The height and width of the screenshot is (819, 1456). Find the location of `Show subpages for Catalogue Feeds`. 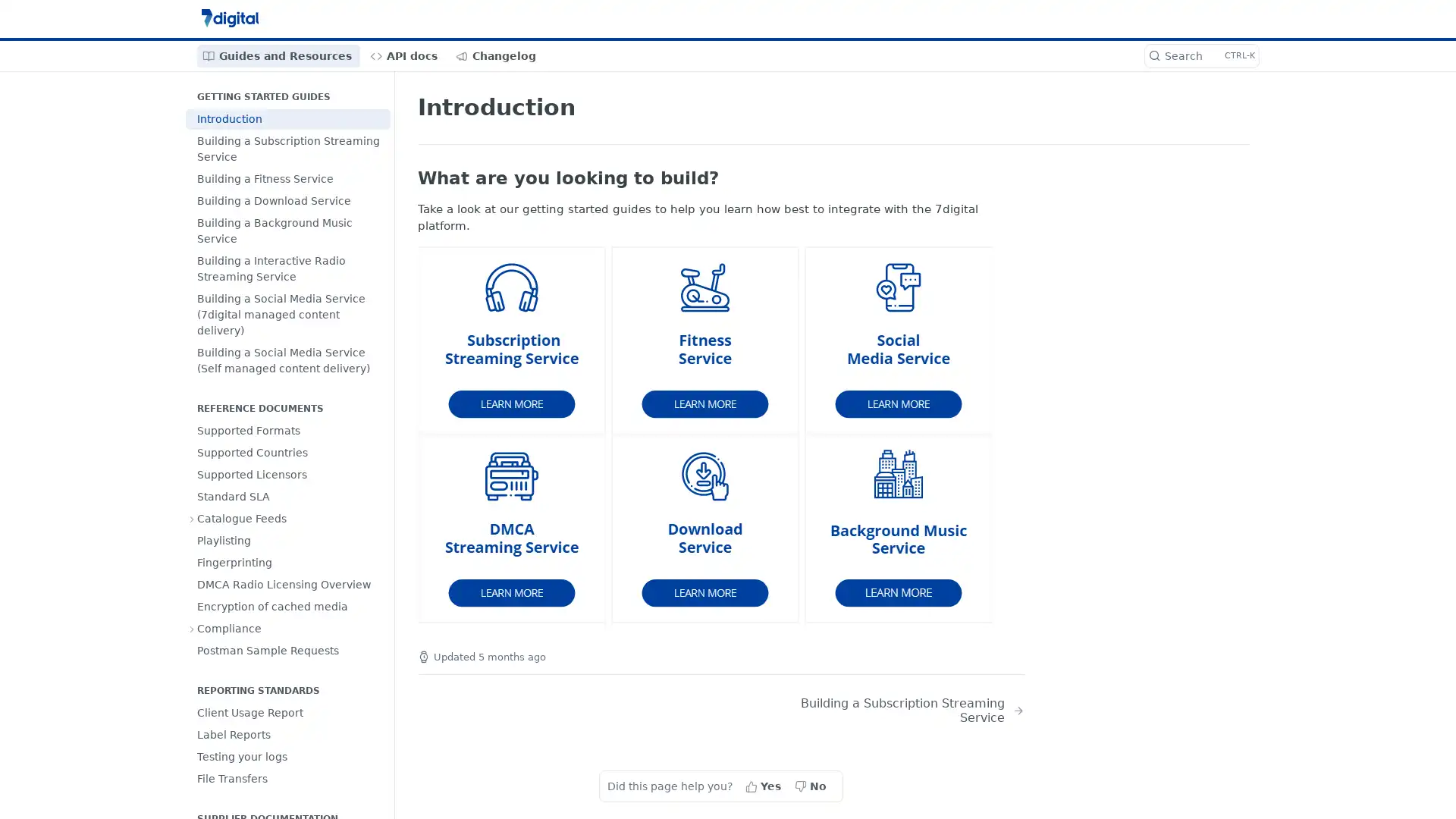

Show subpages for Catalogue Feeds is located at coordinates (192, 517).